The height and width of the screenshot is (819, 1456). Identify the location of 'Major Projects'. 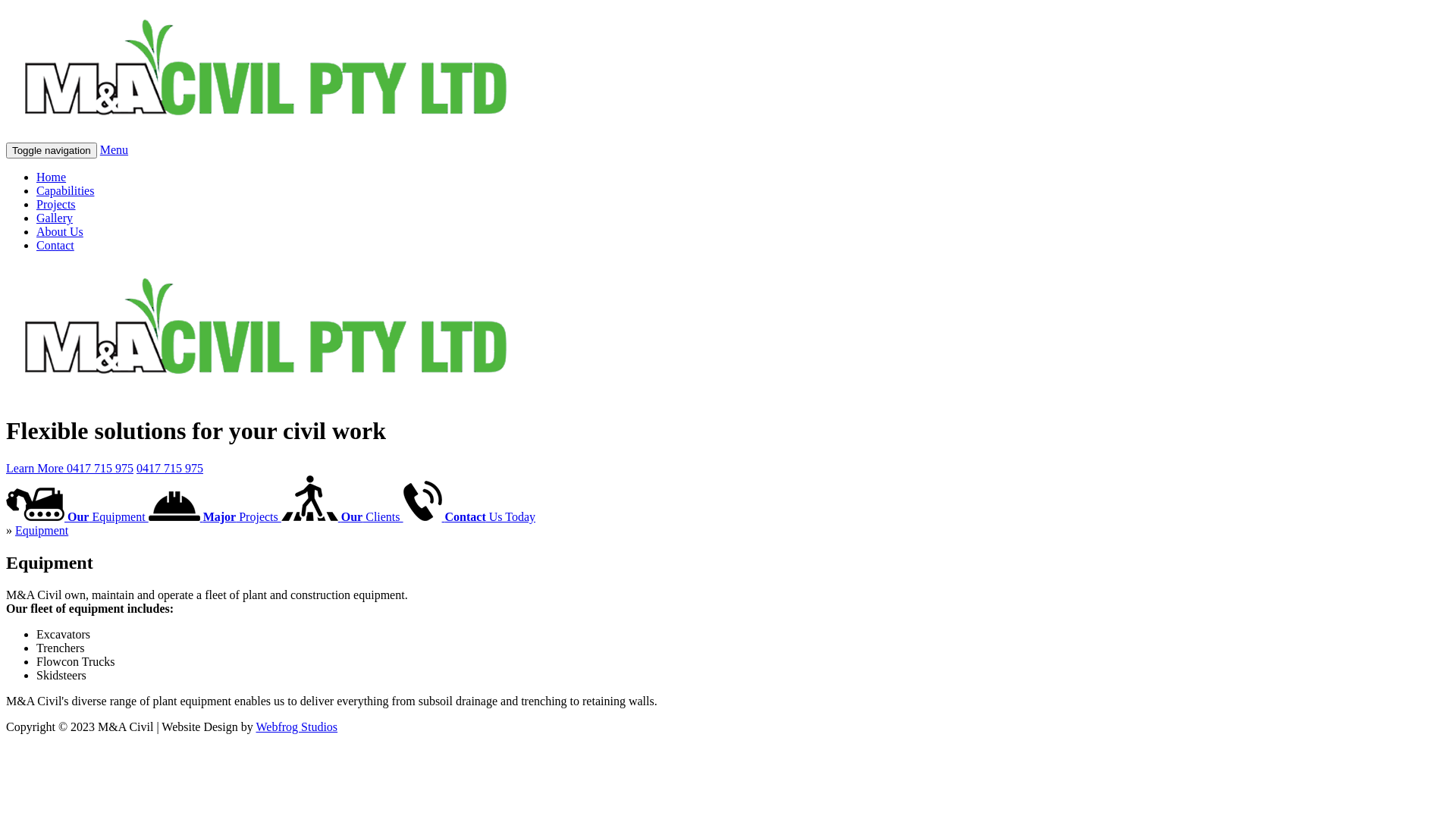
(214, 516).